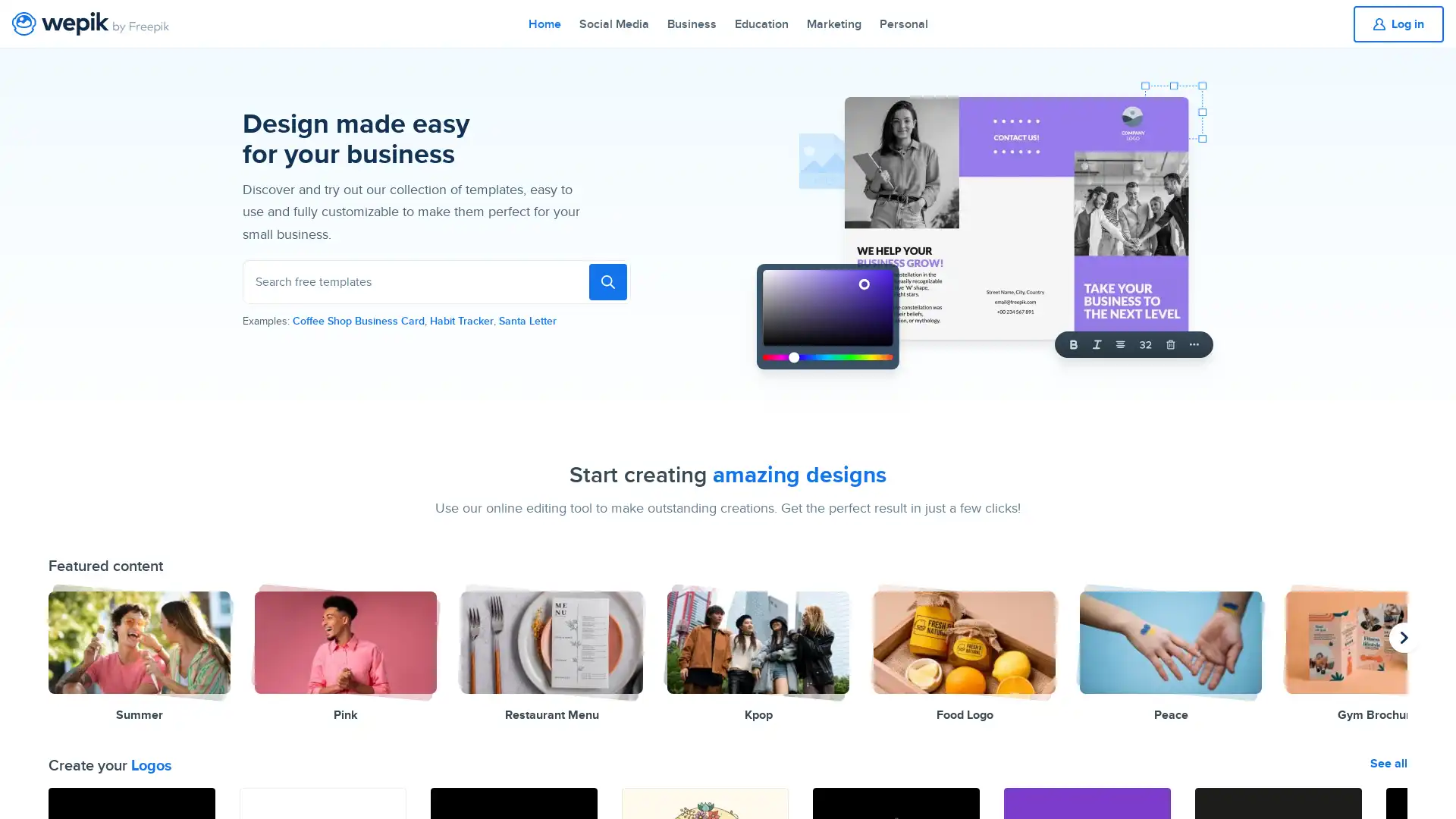 Image resolution: width=1456 pixels, height=819 pixels. I want to click on To search, so click(607, 293).